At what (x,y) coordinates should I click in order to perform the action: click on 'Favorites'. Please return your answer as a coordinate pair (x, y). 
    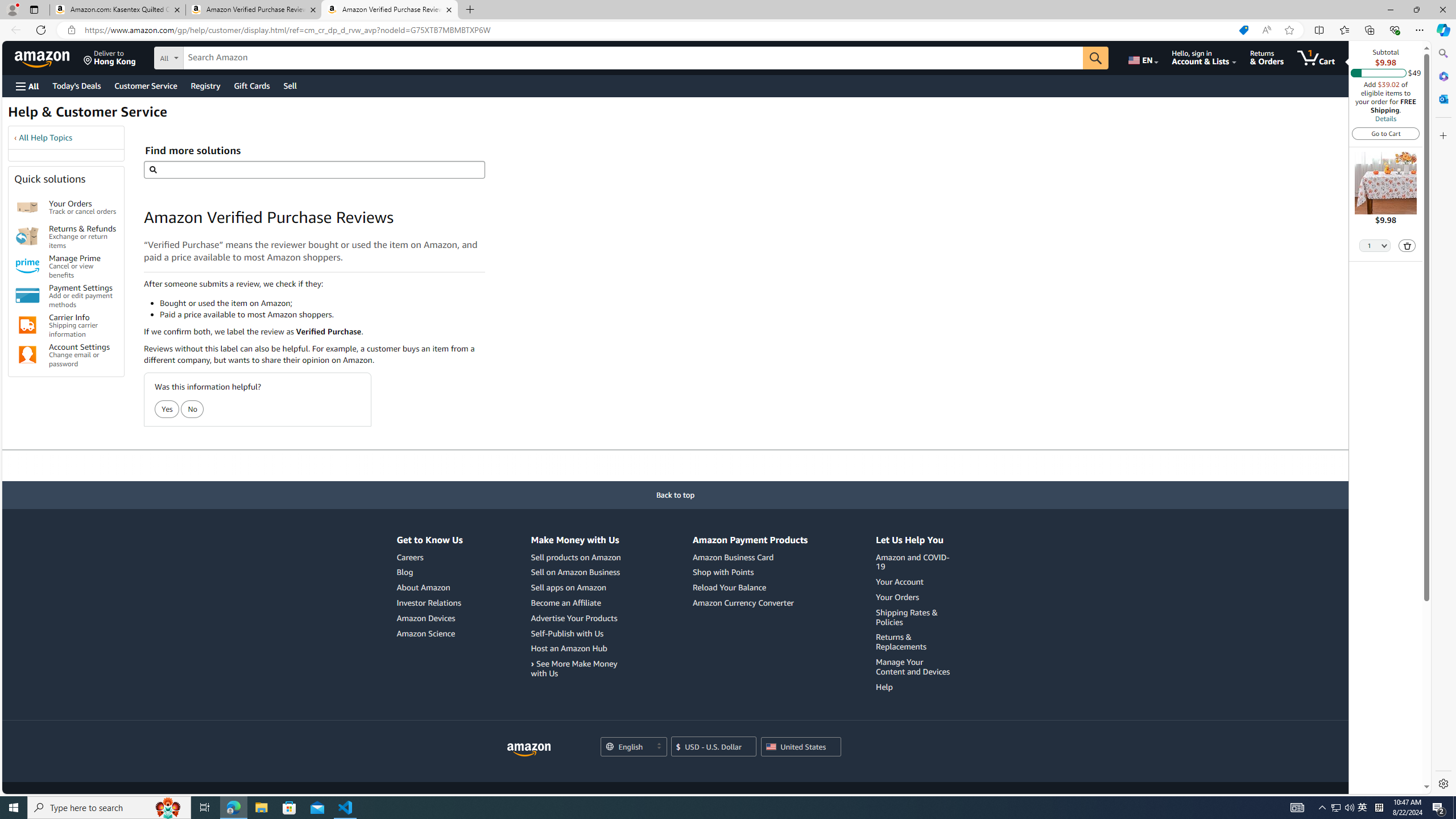
    Looking at the image, I should click on (1345, 29).